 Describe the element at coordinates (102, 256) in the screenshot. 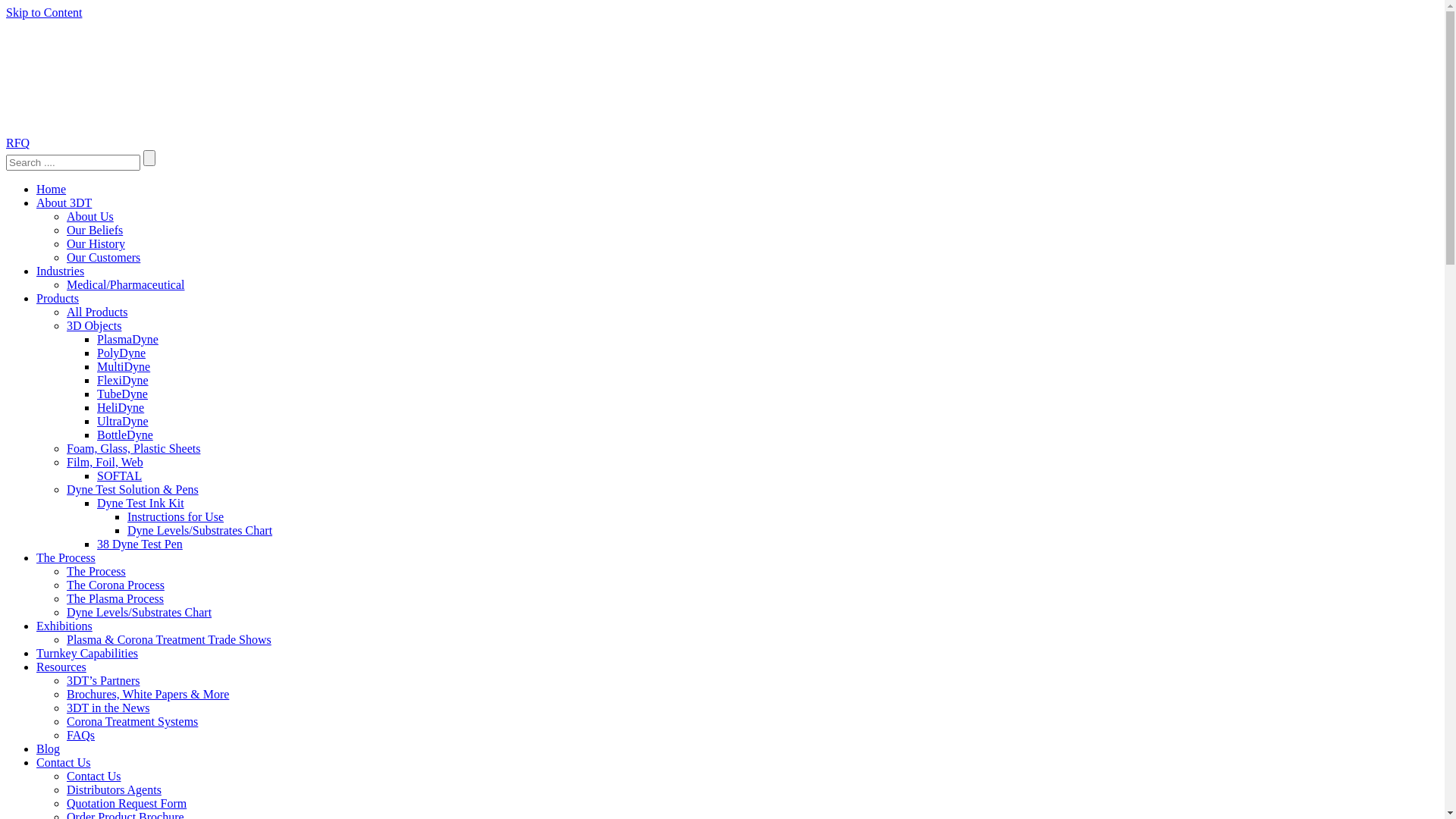

I see `'Our Customers'` at that location.